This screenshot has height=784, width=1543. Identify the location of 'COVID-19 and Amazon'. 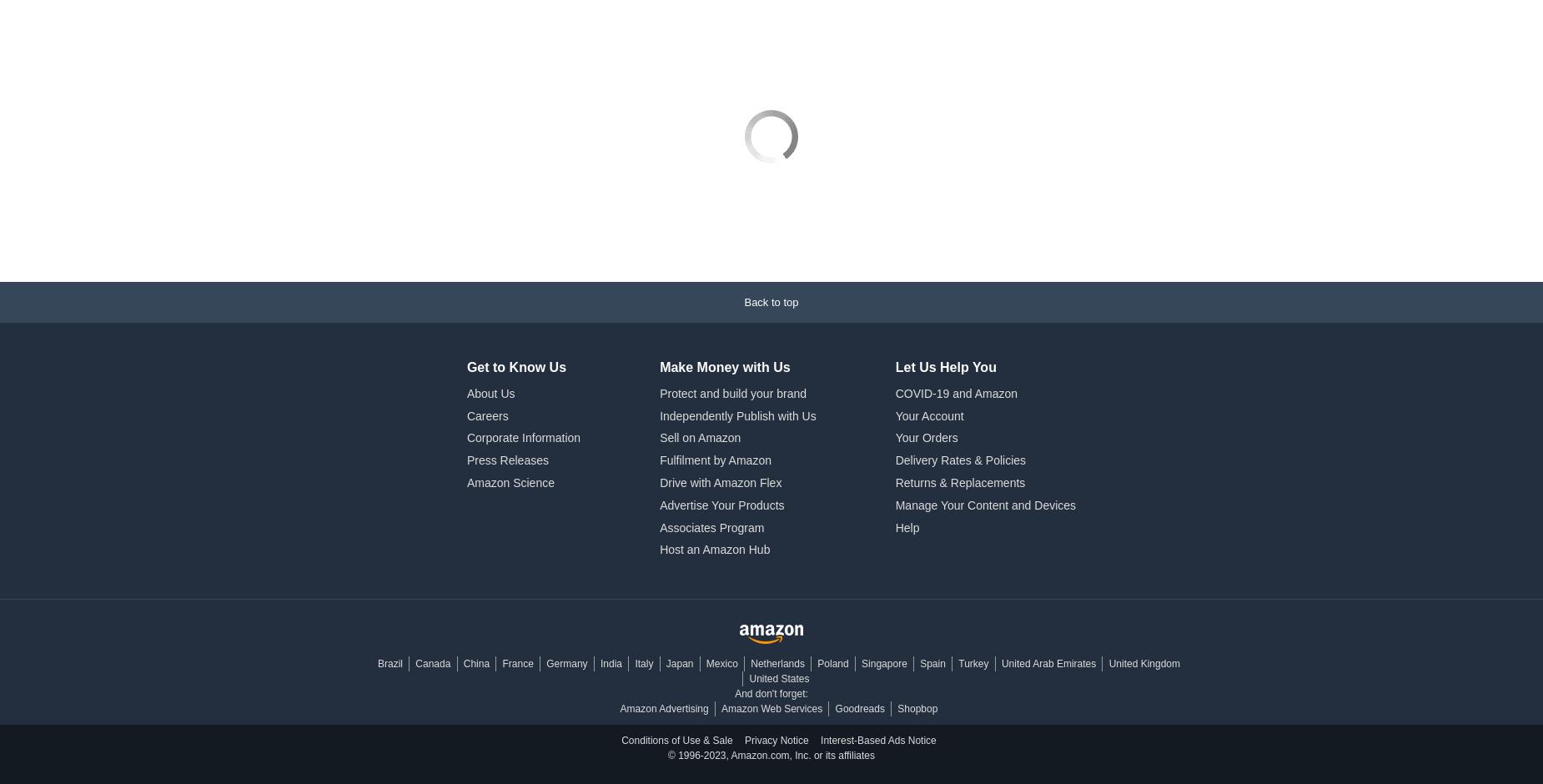
(955, 298).